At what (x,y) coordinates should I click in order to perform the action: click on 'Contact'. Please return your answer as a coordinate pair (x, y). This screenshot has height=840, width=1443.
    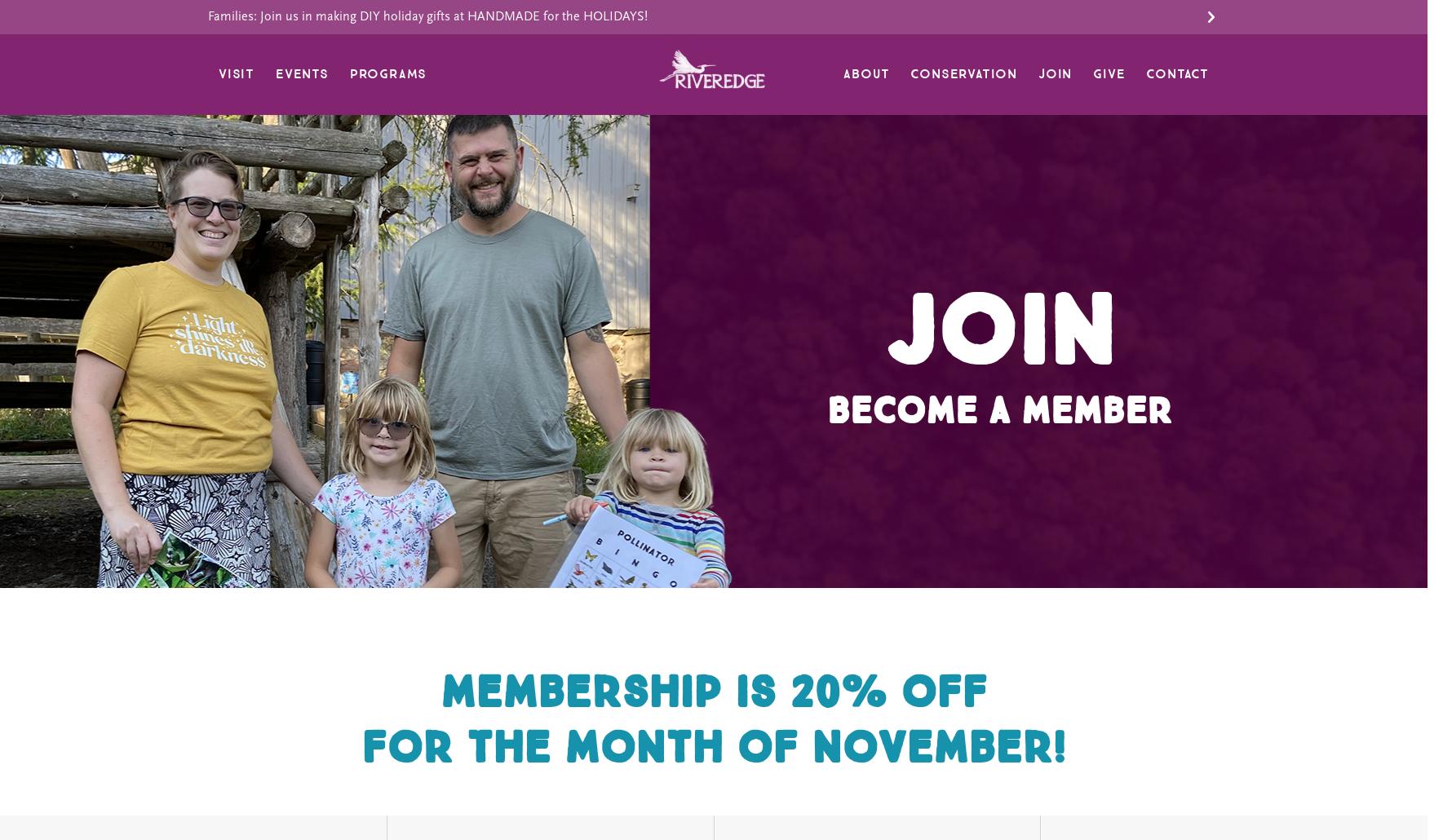
    Looking at the image, I should click on (1176, 73).